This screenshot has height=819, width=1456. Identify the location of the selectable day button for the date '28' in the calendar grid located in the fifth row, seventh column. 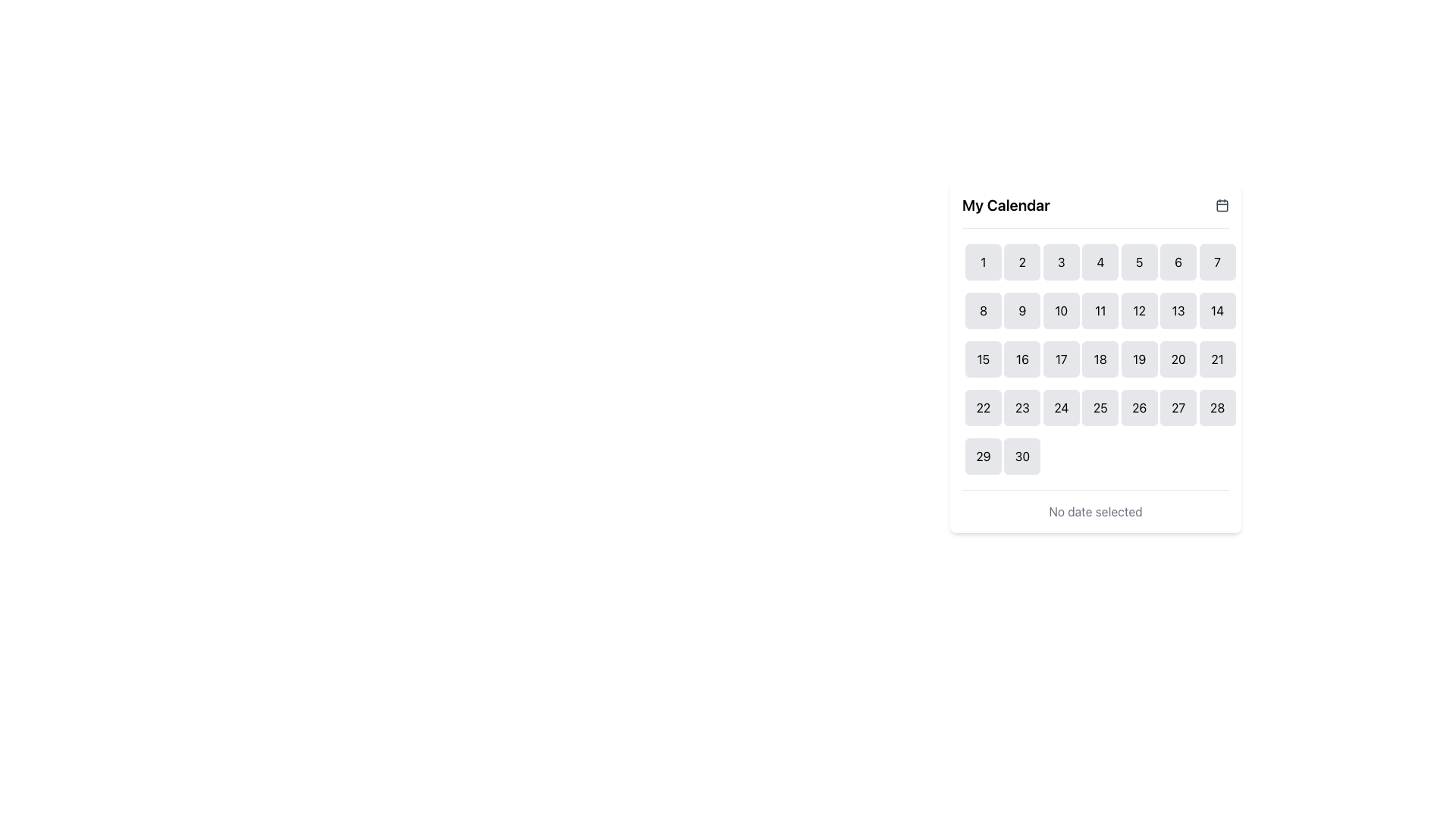
(1217, 406).